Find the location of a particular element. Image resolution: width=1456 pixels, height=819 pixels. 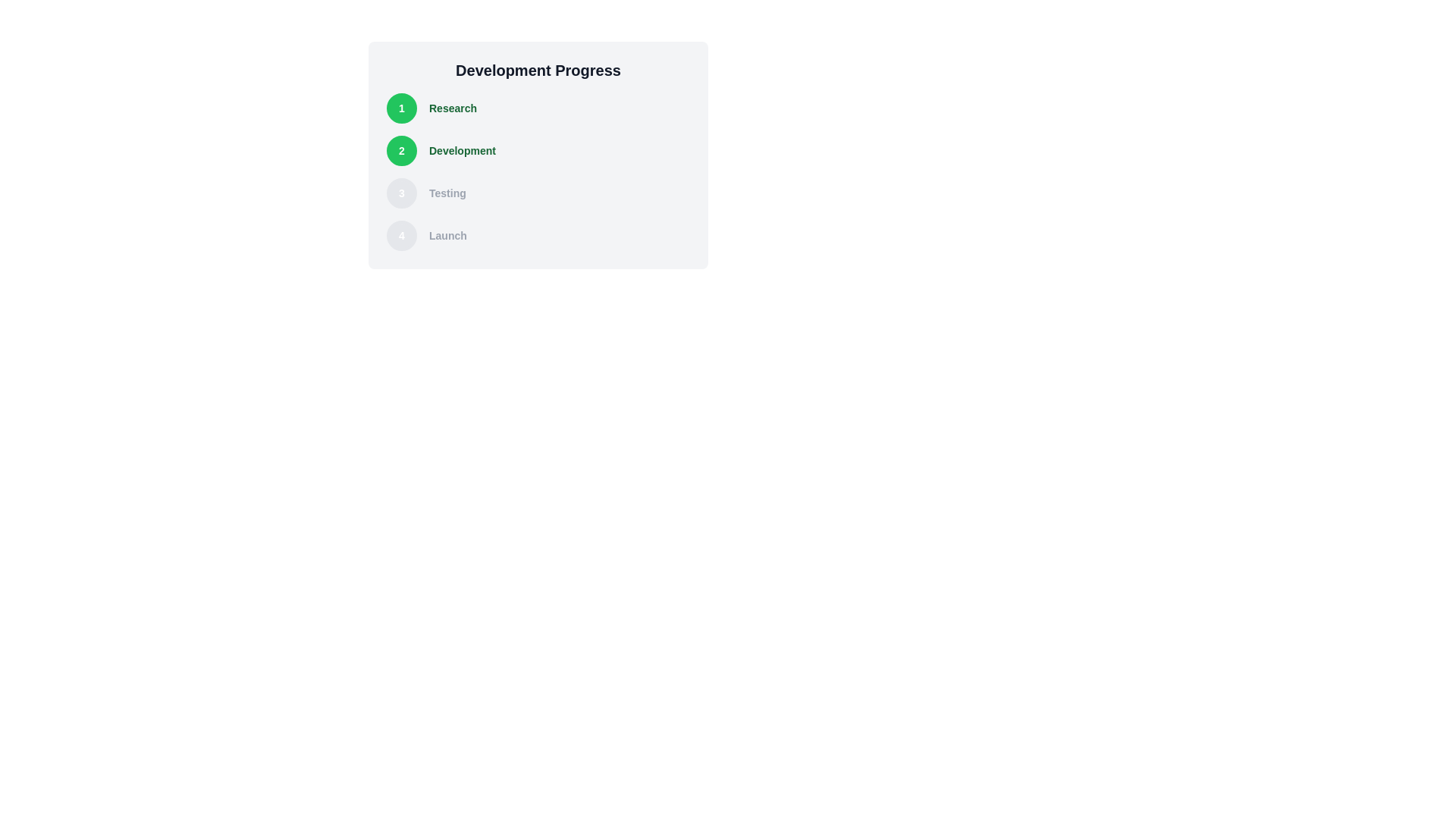

the digit '4' displayed in the circular progress indicator with a gray background and a white border located to the left of the text 'Launch' is located at coordinates (401, 236).